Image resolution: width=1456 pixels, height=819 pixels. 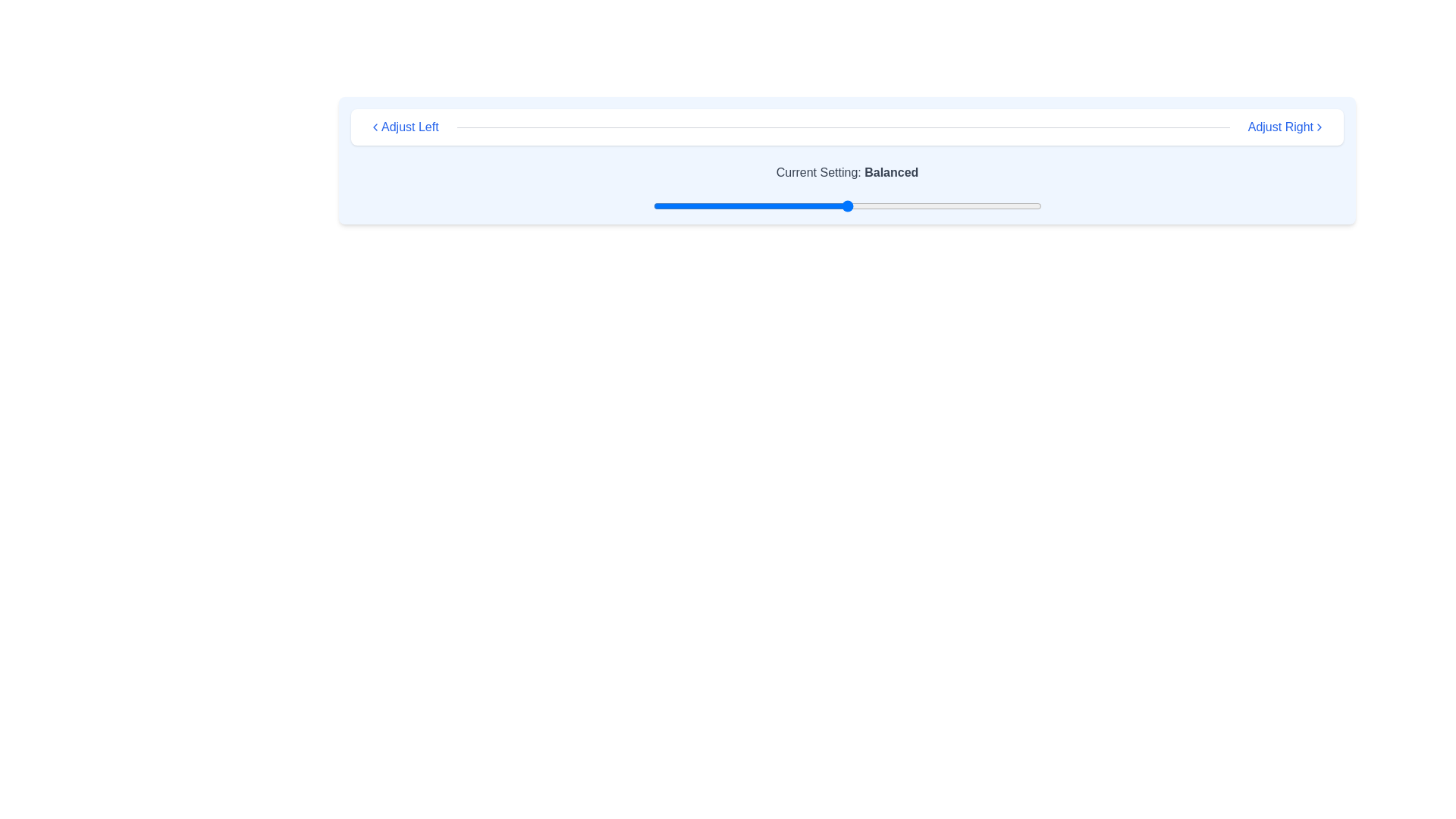 What do you see at coordinates (375, 127) in the screenshot?
I see `the left-pointing chevron icon within the 'Adjust Left' button located on the left side of the interface` at bounding box center [375, 127].